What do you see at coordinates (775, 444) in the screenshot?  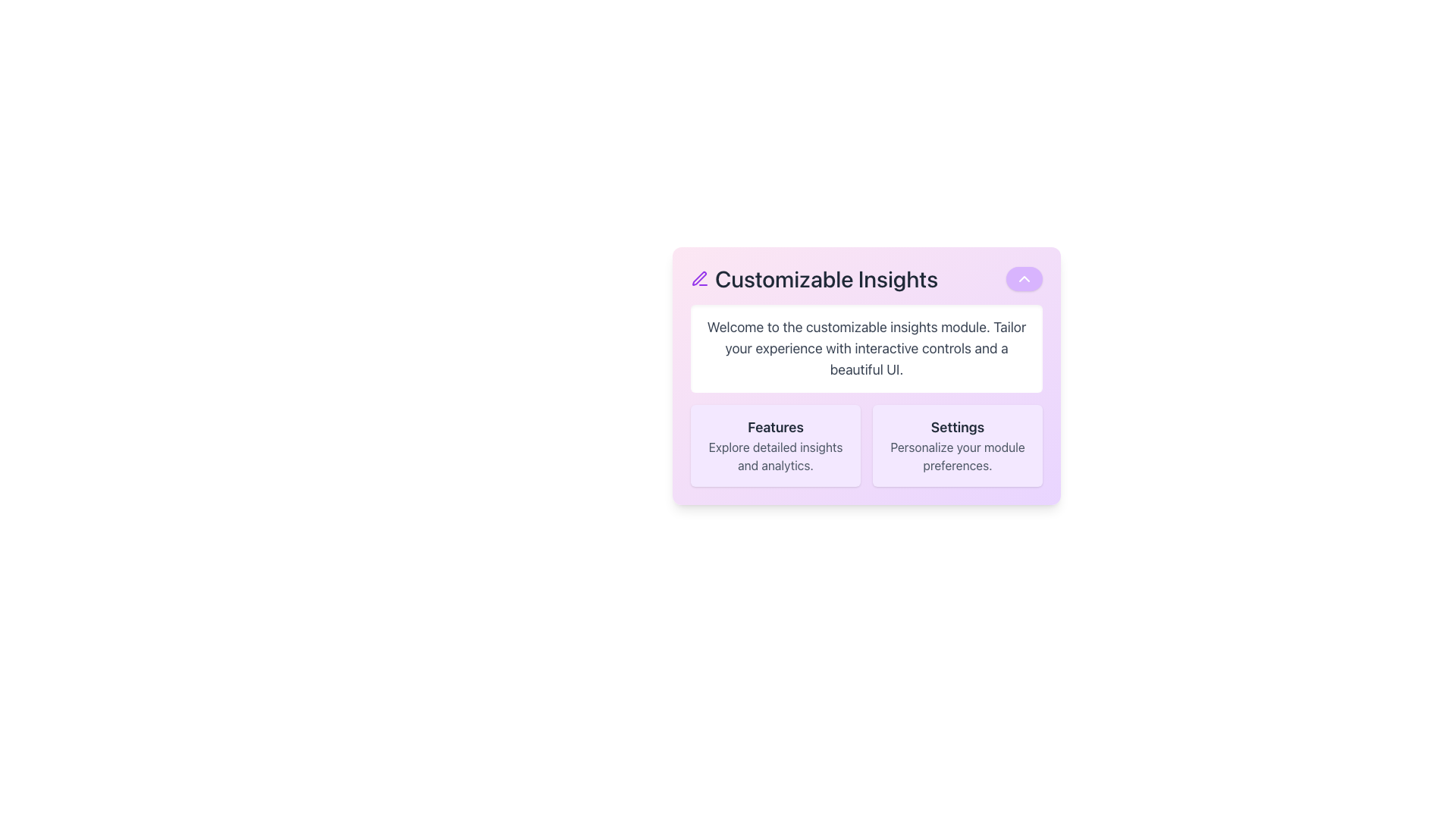 I see `the informational card labeled 'Features' located in the lower left corner of the grid layout, which presents details about a feature or topic` at bounding box center [775, 444].